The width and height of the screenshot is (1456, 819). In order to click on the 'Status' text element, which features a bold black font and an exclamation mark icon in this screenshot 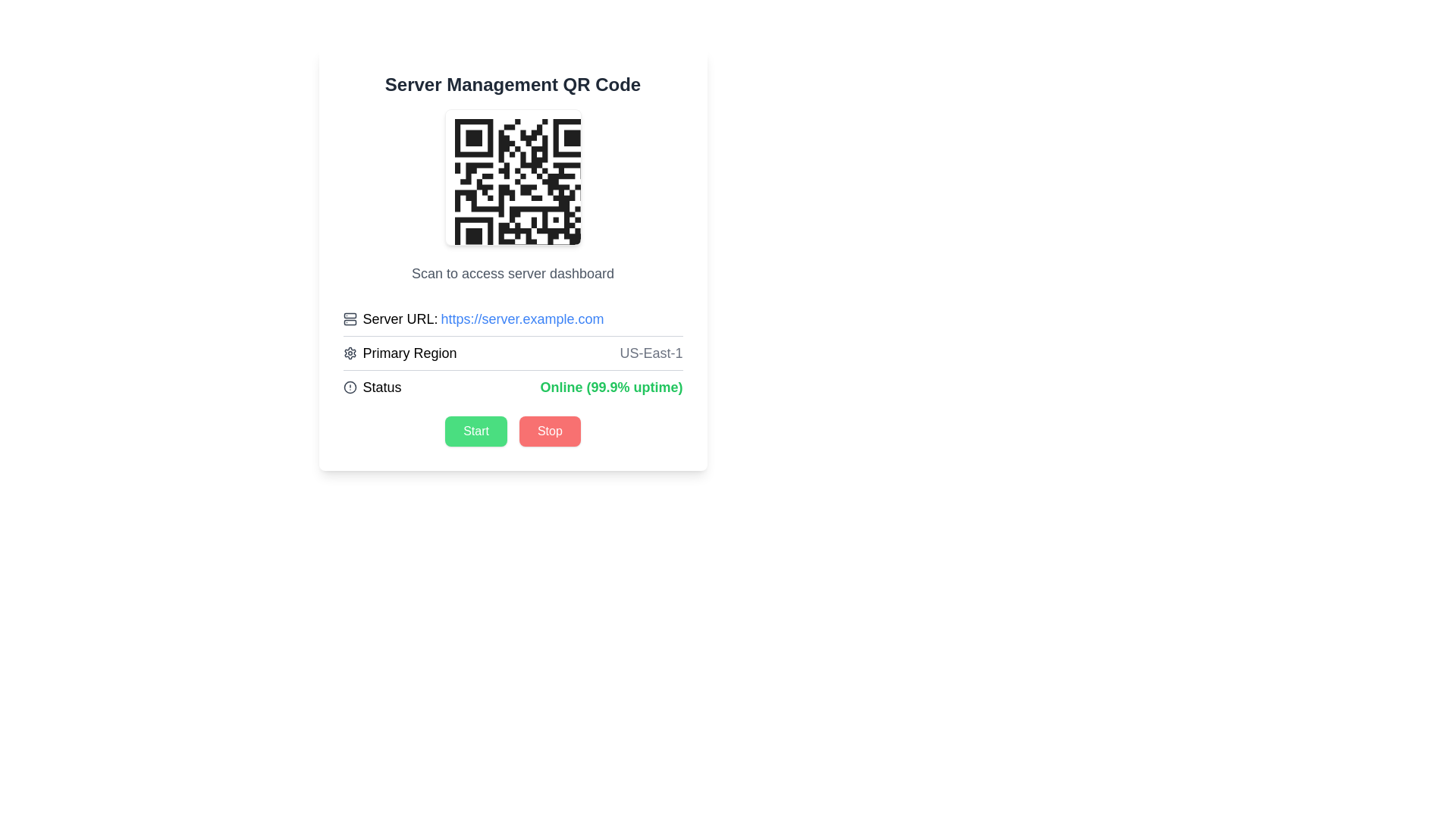, I will do `click(372, 386)`.